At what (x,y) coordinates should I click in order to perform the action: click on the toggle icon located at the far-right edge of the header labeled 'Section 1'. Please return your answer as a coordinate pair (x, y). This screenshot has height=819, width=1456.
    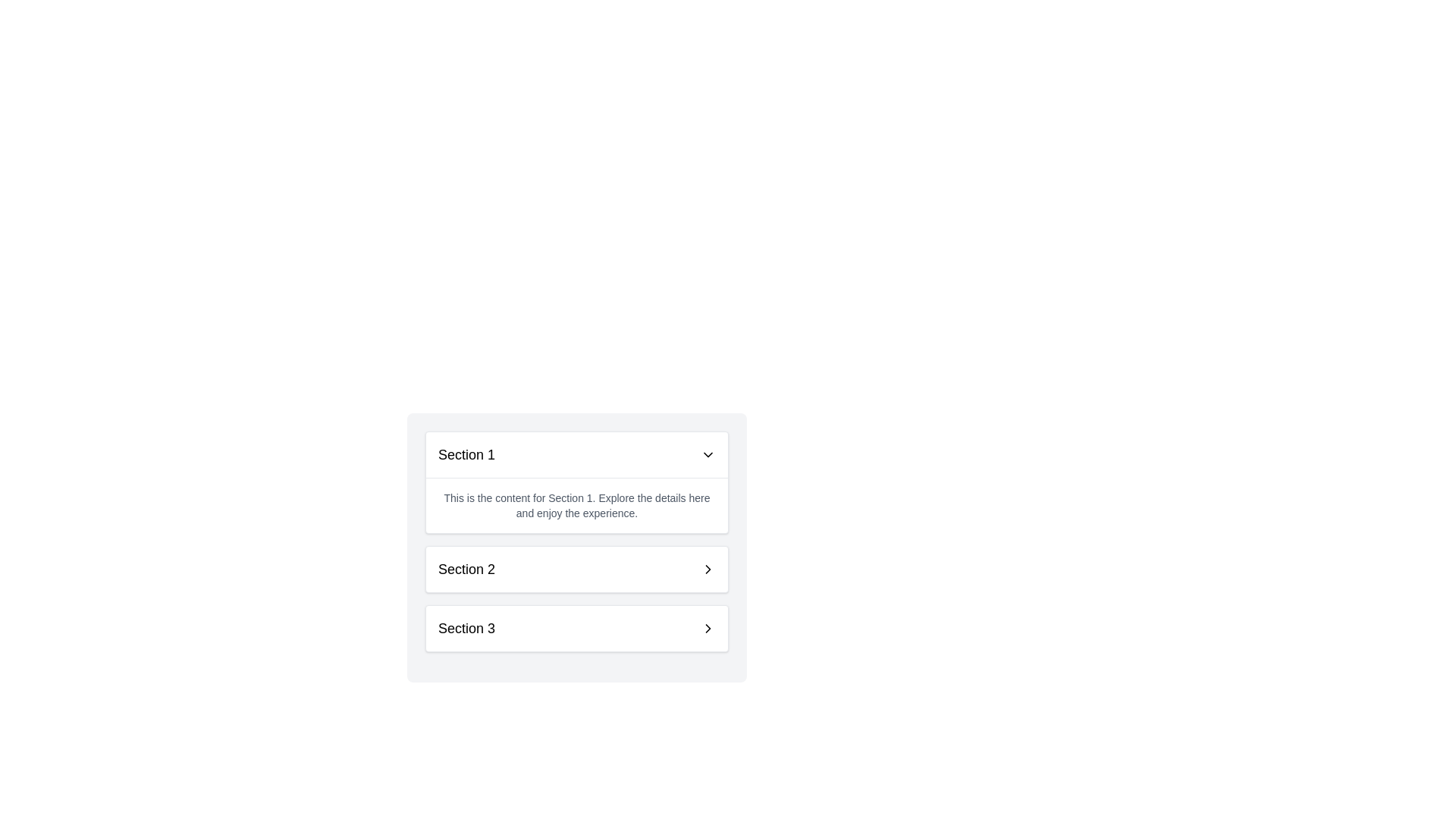
    Looking at the image, I should click on (708, 454).